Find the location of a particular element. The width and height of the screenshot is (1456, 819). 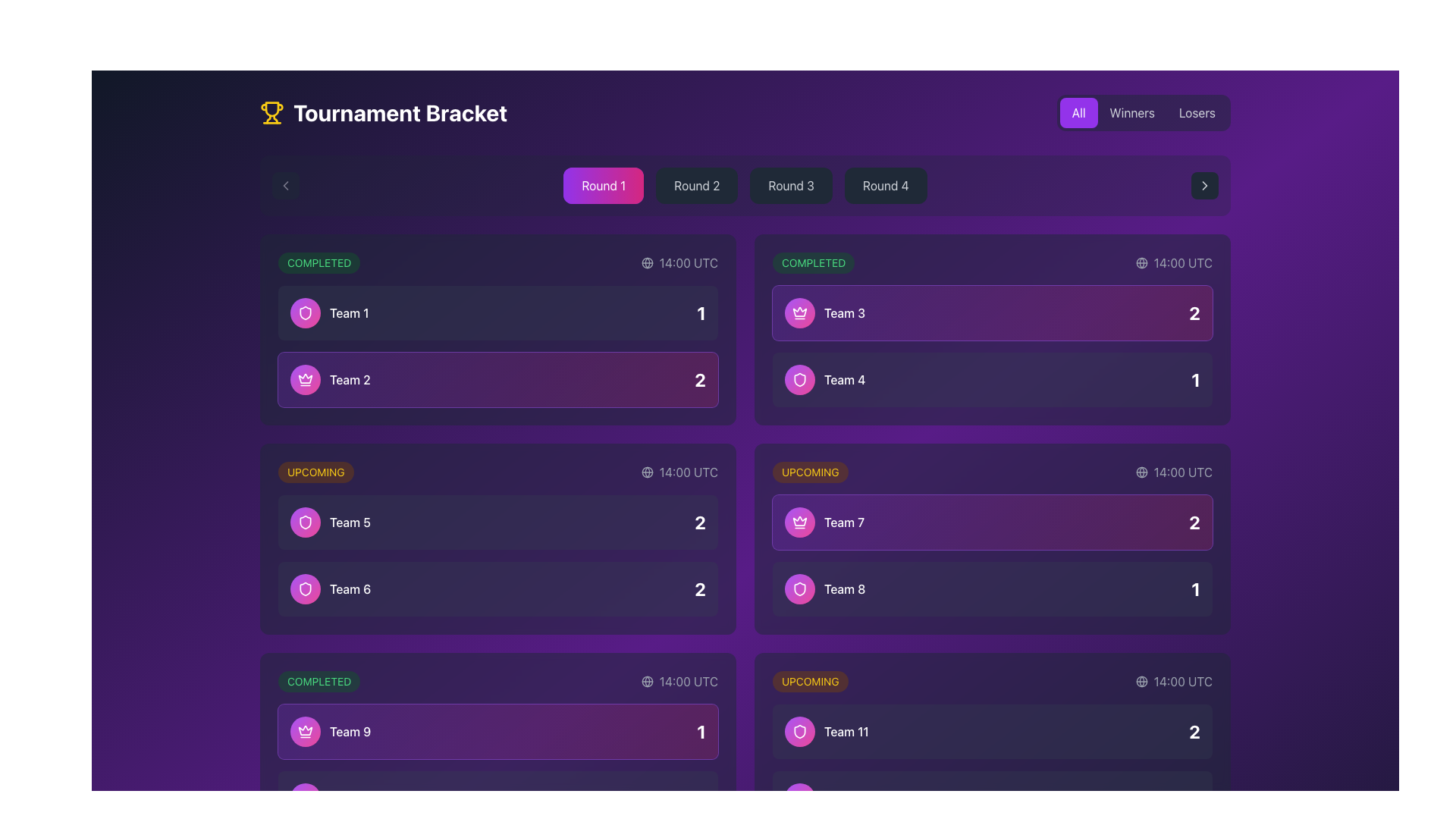

the Informational card displaying the team's name and score in the second row of the right column of match cards in the 'Tournament Bracket' interface is located at coordinates (993, 379).